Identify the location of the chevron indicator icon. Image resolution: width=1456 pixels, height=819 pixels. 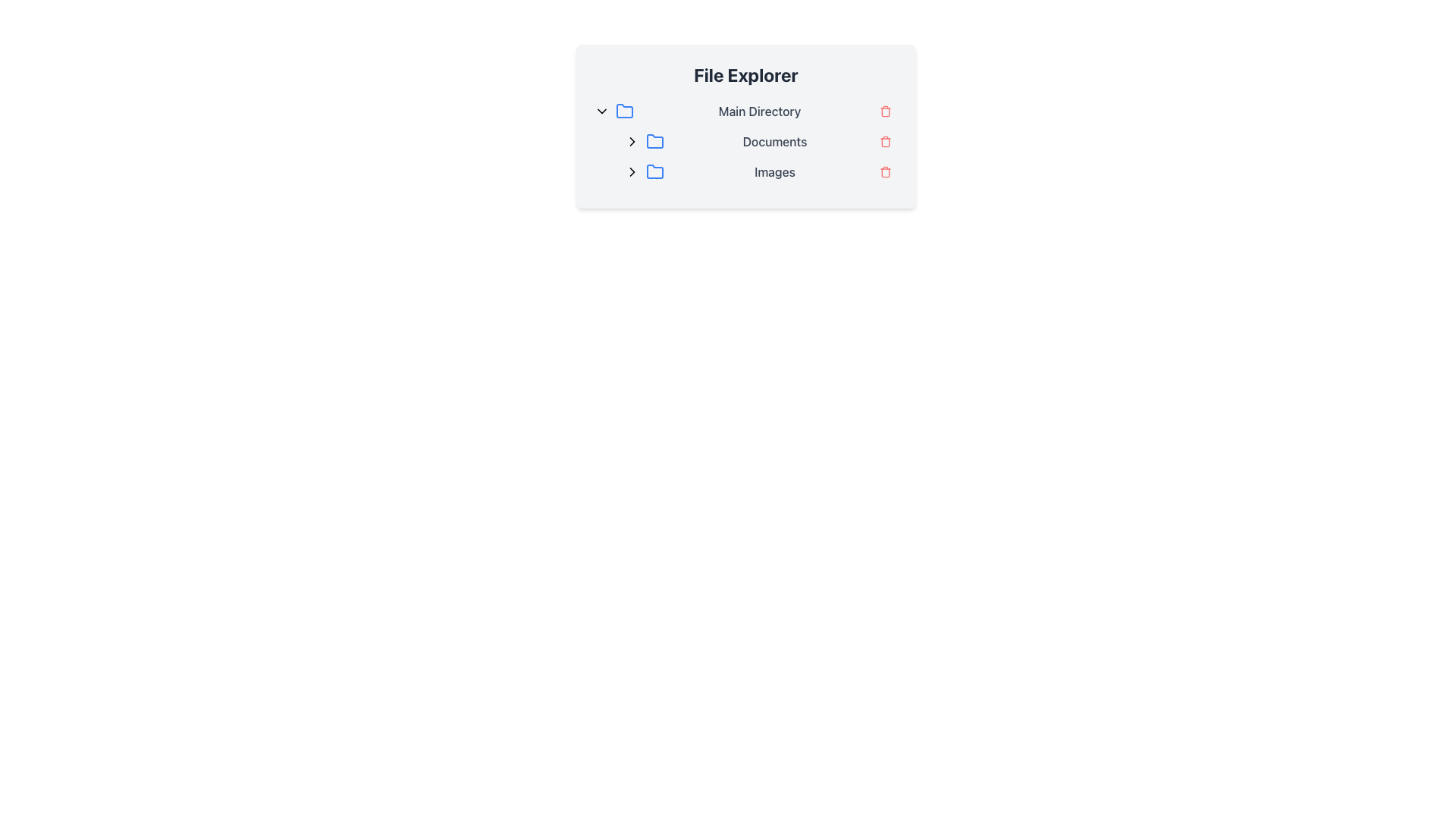
(632, 171).